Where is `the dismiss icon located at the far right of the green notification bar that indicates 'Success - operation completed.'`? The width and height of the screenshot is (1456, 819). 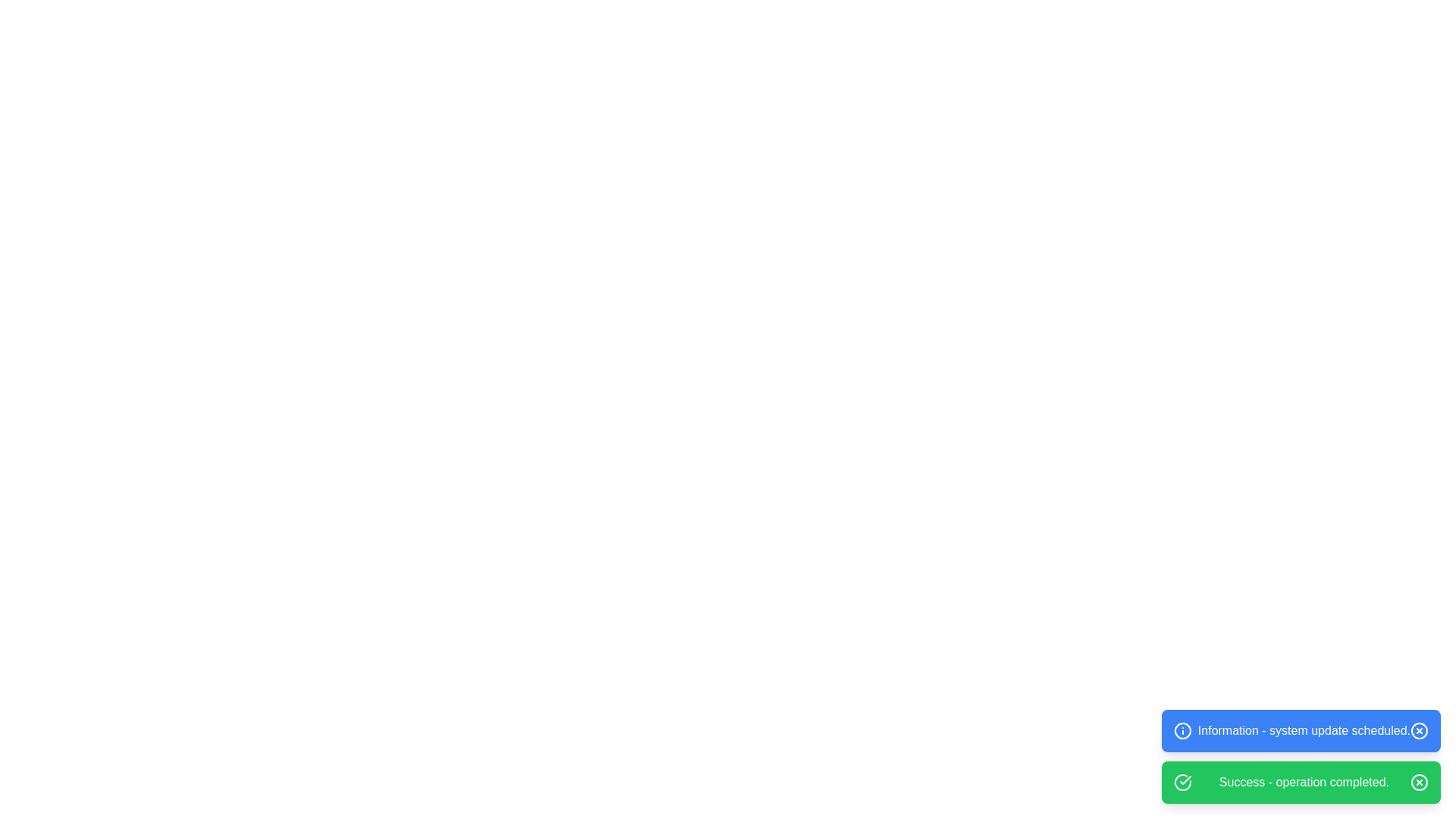 the dismiss icon located at the far right of the green notification bar that indicates 'Success - operation completed.' is located at coordinates (1419, 783).